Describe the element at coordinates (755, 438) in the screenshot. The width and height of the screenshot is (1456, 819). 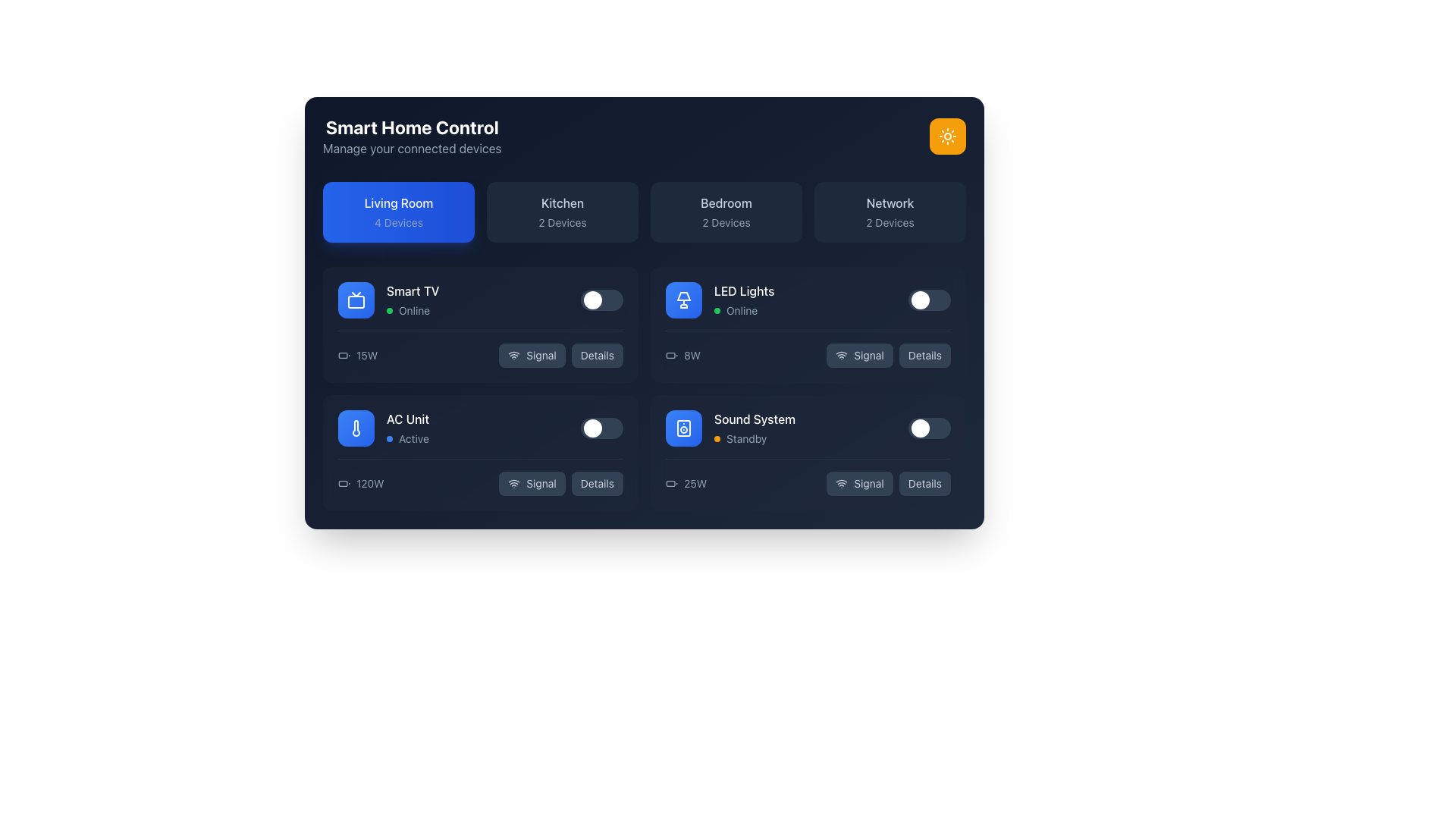
I see `status text displayed in the Status Label for the 'Sound System', located in the lower section of the 'Living Room' group, adjacent to the amber circular indicator` at that location.